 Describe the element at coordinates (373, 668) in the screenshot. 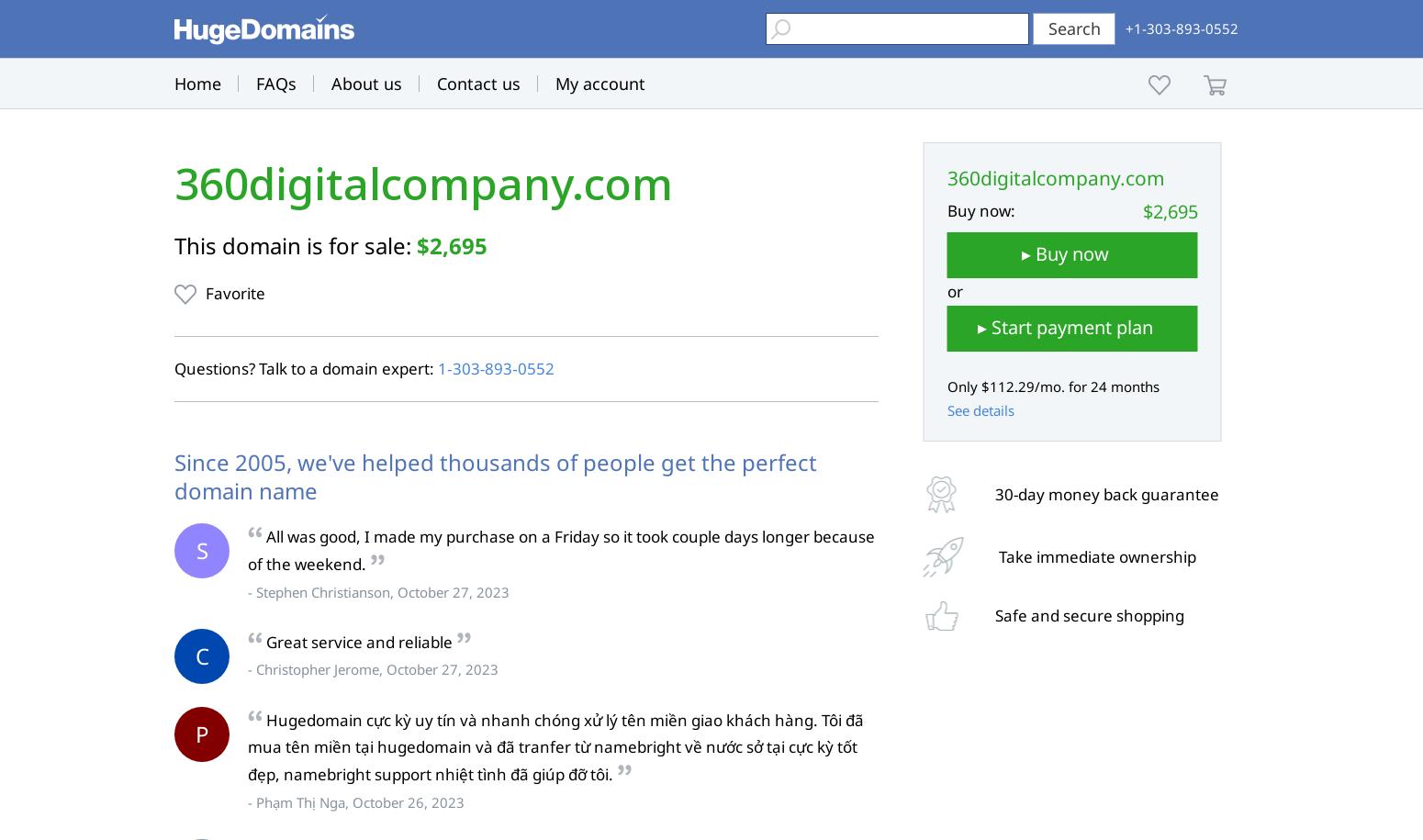

I see `'- Christopher Jerome, October 27, 2023'` at that location.